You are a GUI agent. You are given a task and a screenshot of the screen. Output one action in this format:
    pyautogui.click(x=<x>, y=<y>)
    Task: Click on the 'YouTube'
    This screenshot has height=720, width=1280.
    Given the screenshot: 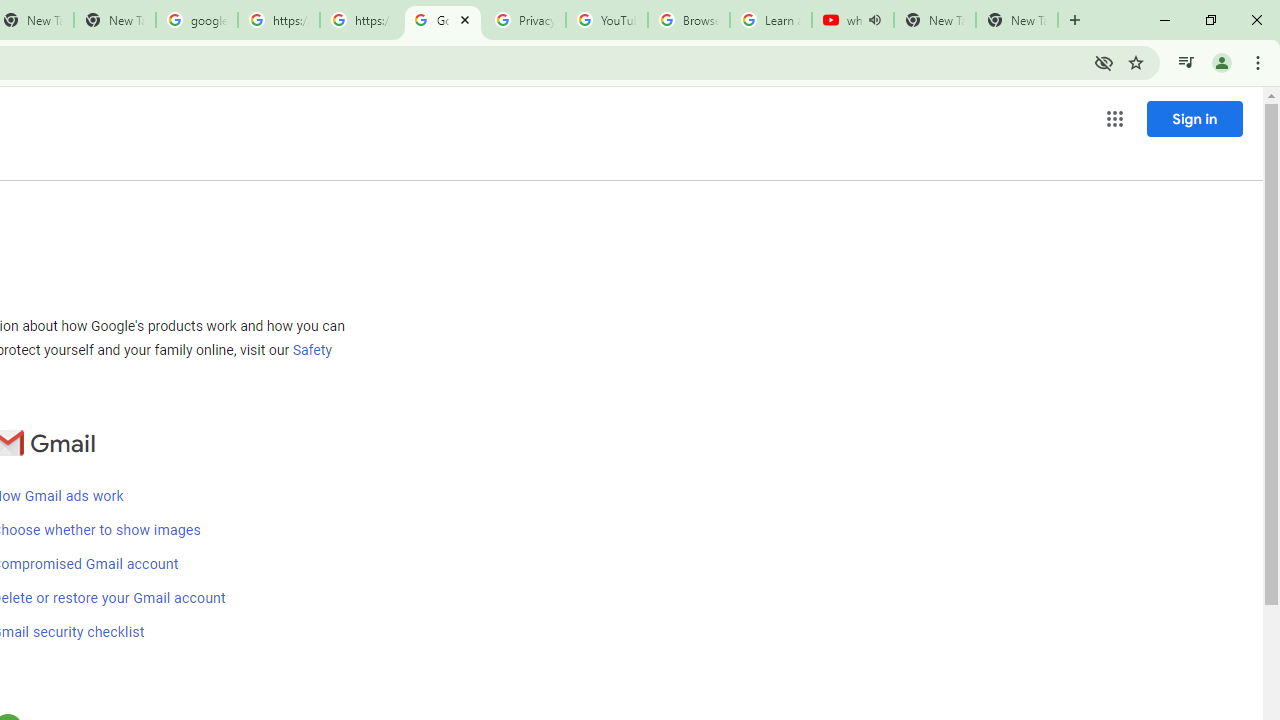 What is the action you would take?
    pyautogui.click(x=605, y=20)
    